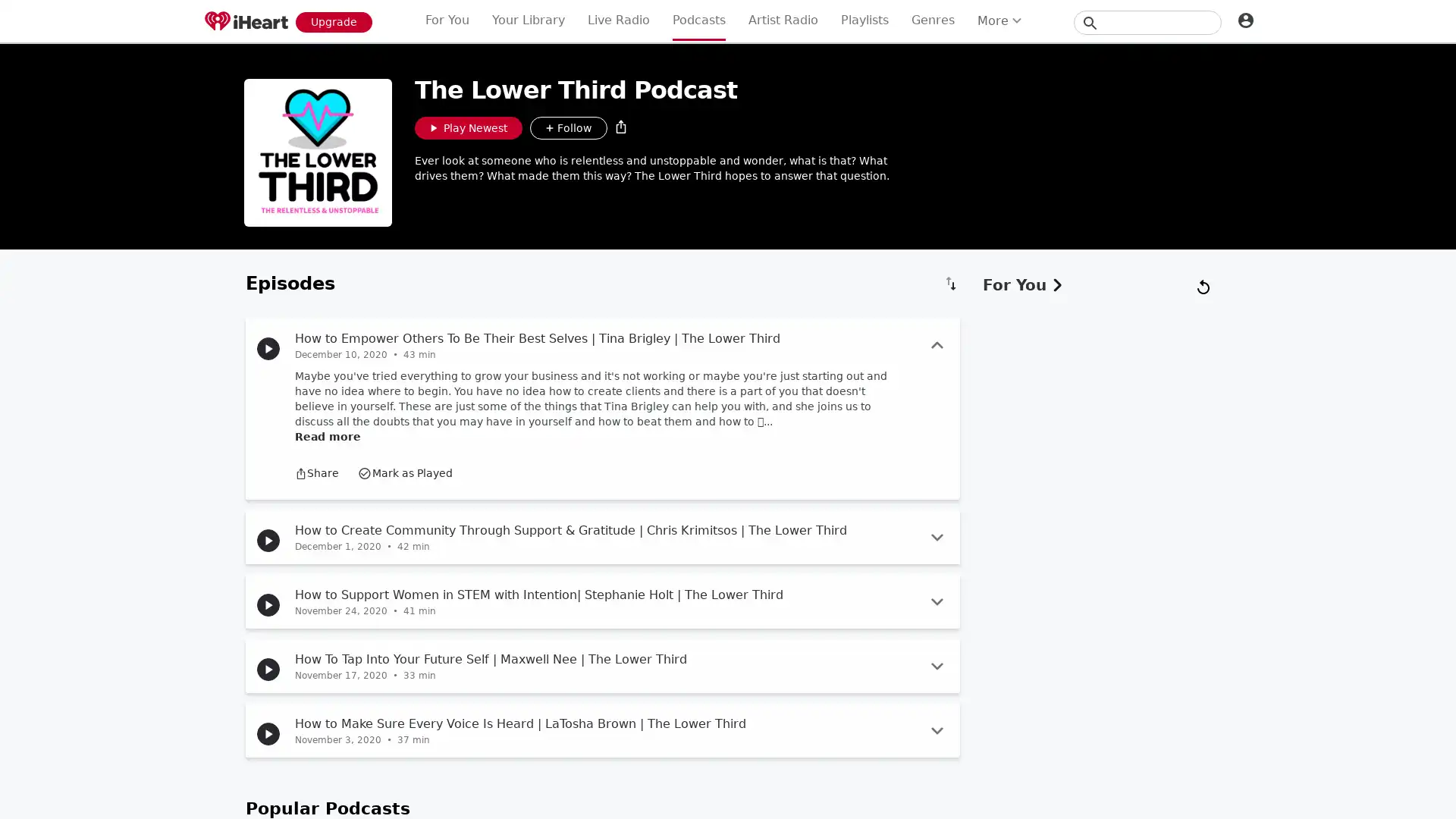 Image resolution: width=1456 pixels, height=819 pixels. What do you see at coordinates (268, 669) in the screenshot?
I see `Play` at bounding box center [268, 669].